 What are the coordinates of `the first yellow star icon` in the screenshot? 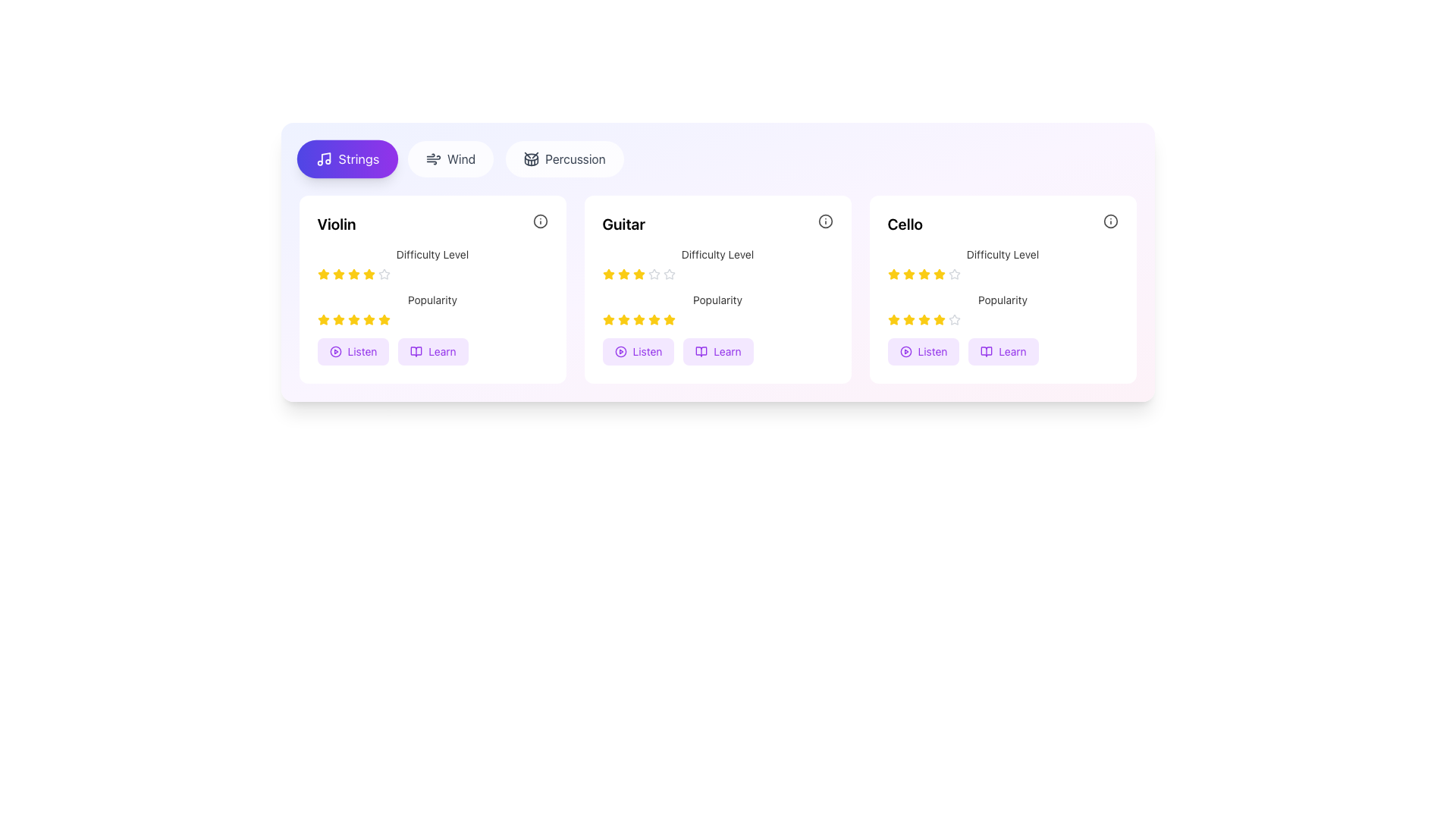 It's located at (322, 318).